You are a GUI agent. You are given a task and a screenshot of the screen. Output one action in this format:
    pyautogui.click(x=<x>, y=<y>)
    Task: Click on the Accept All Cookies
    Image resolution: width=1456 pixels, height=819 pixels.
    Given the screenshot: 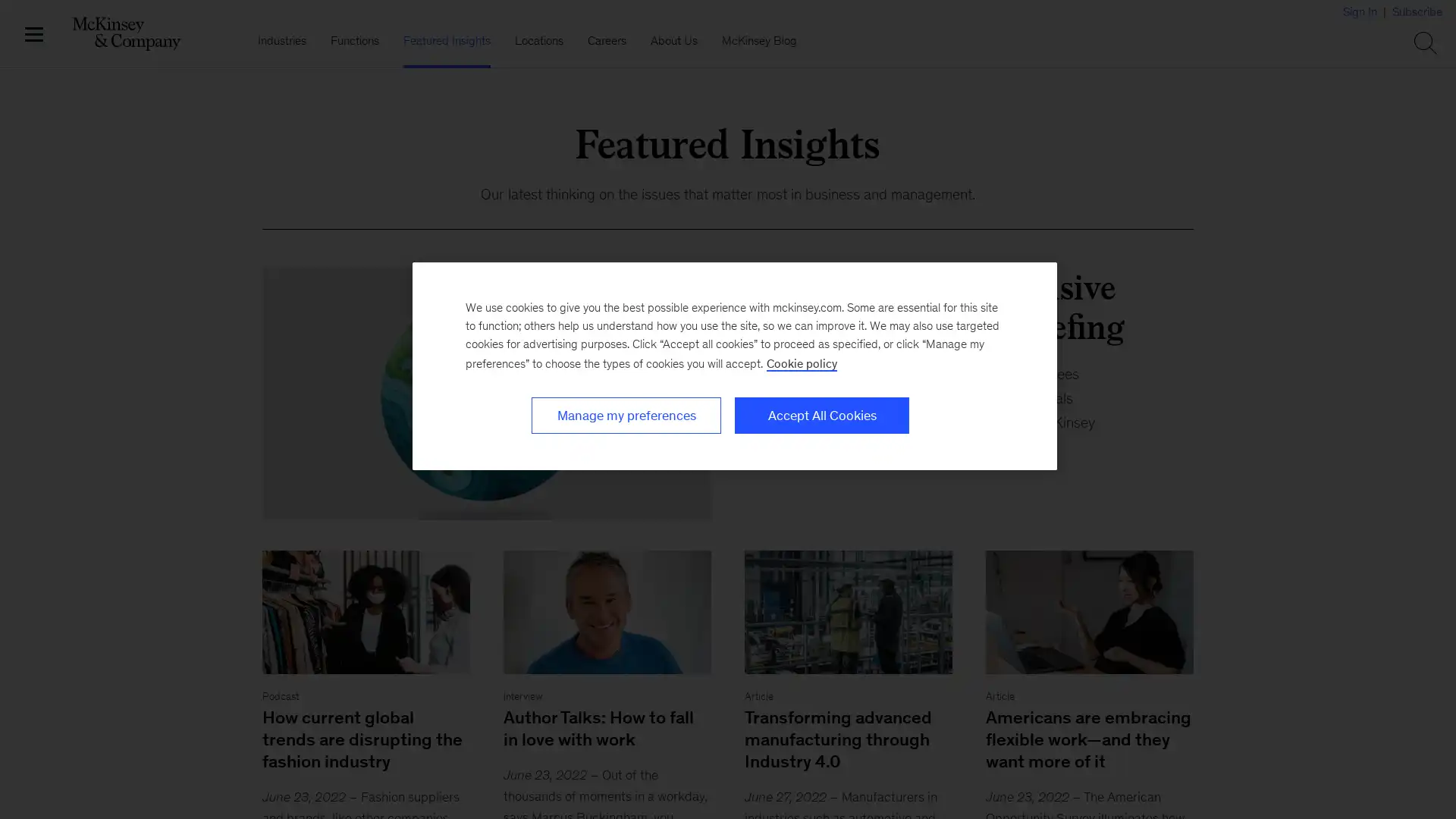 What is the action you would take?
    pyautogui.click(x=821, y=415)
    